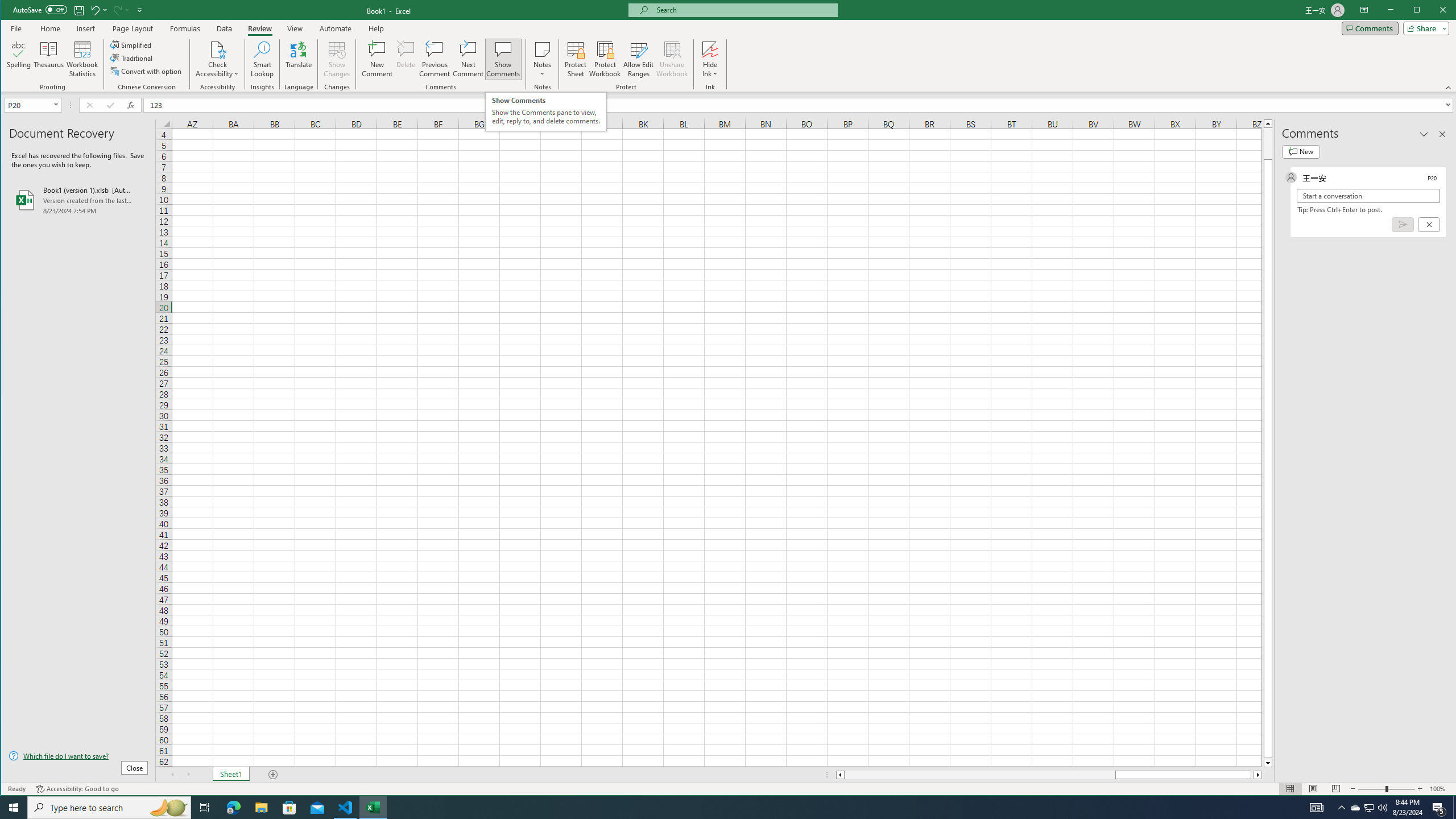 The width and height of the screenshot is (1456, 819). Describe the element at coordinates (406, 59) in the screenshot. I see `'Delete'` at that location.